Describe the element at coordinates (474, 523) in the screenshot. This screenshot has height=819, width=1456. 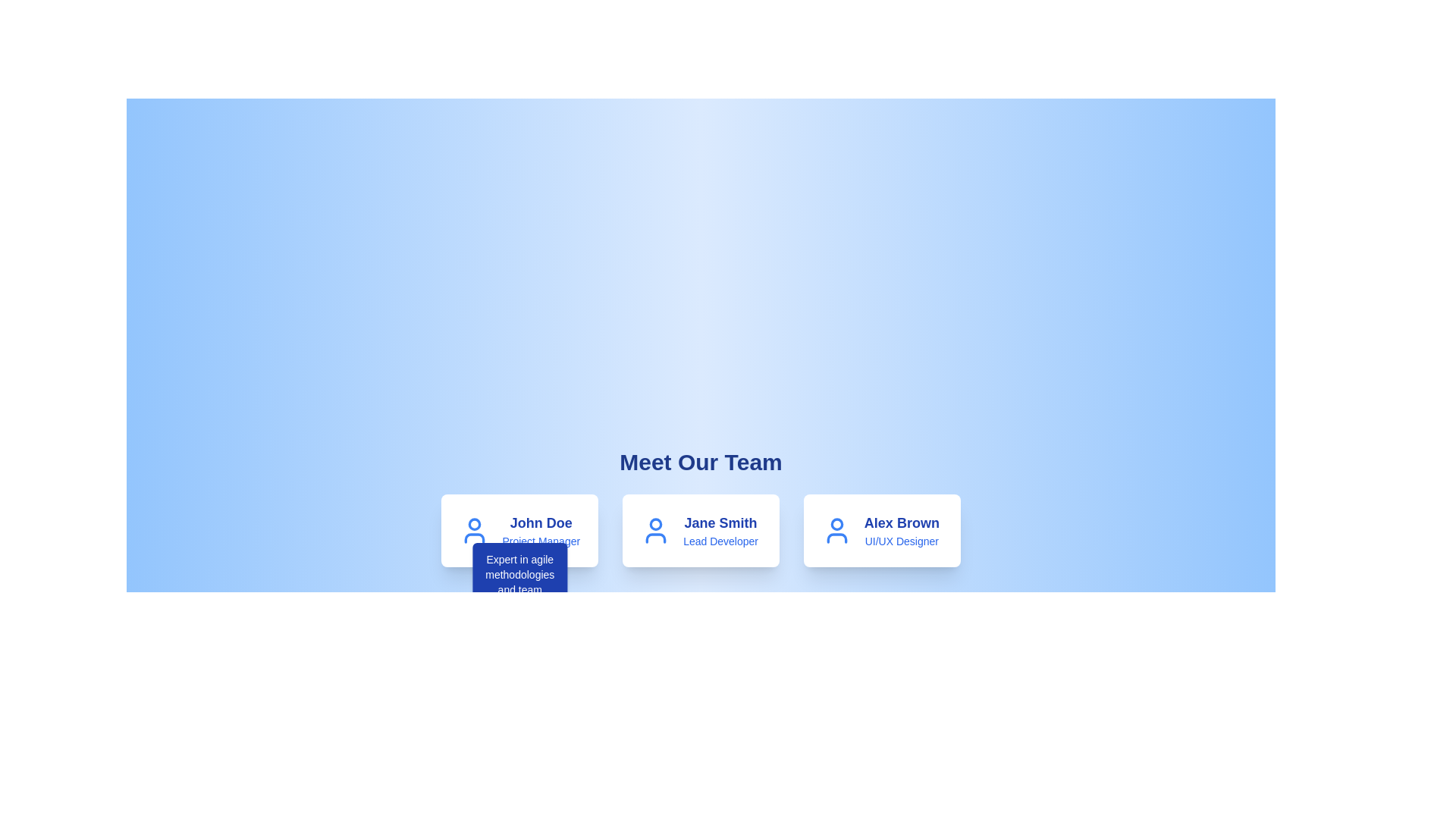
I see `the circular user profile avatar graphic for 'John Doe', which has a blue border and white interior` at that location.